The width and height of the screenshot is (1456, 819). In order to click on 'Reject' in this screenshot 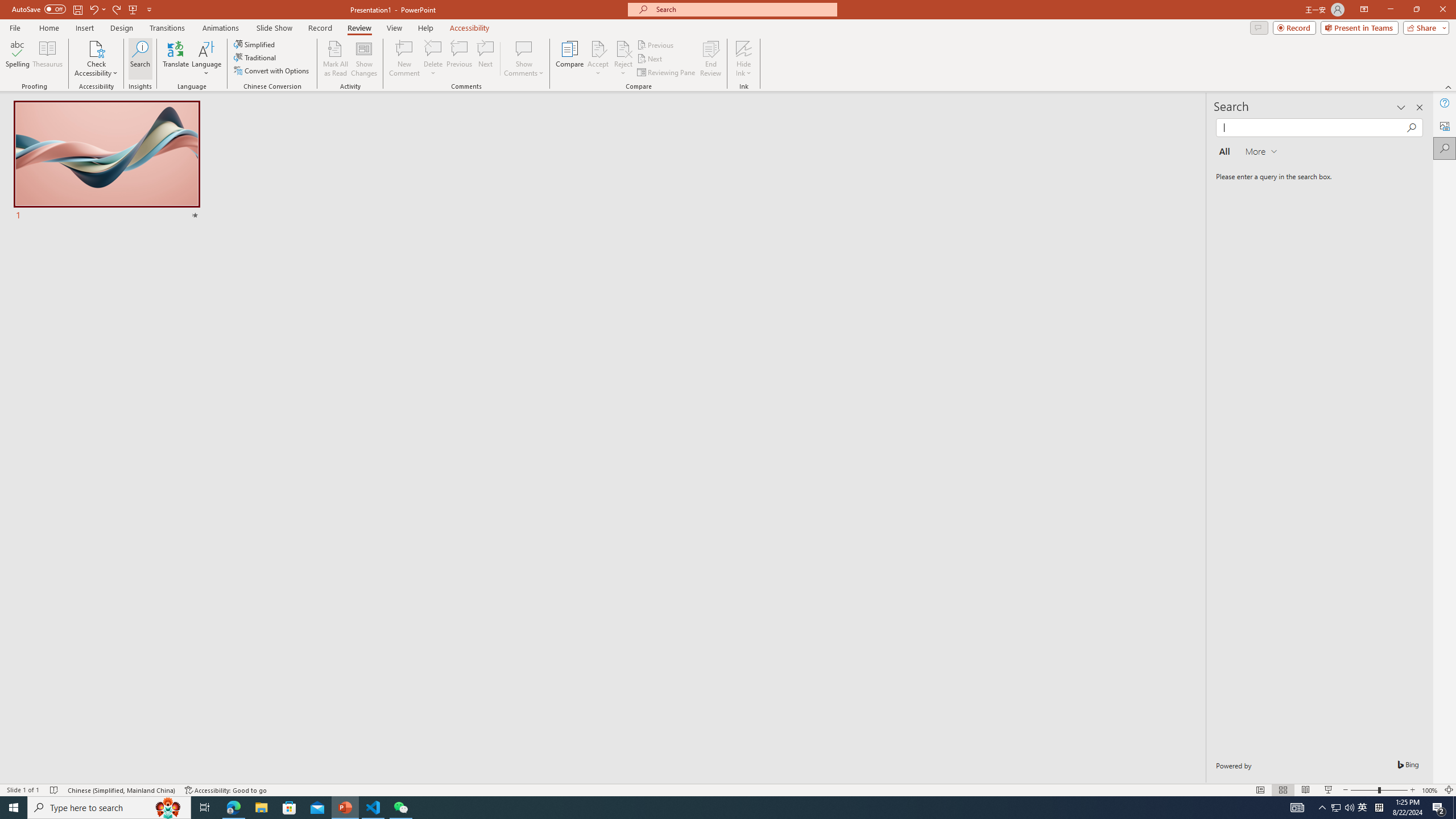, I will do `click(622, 59)`.